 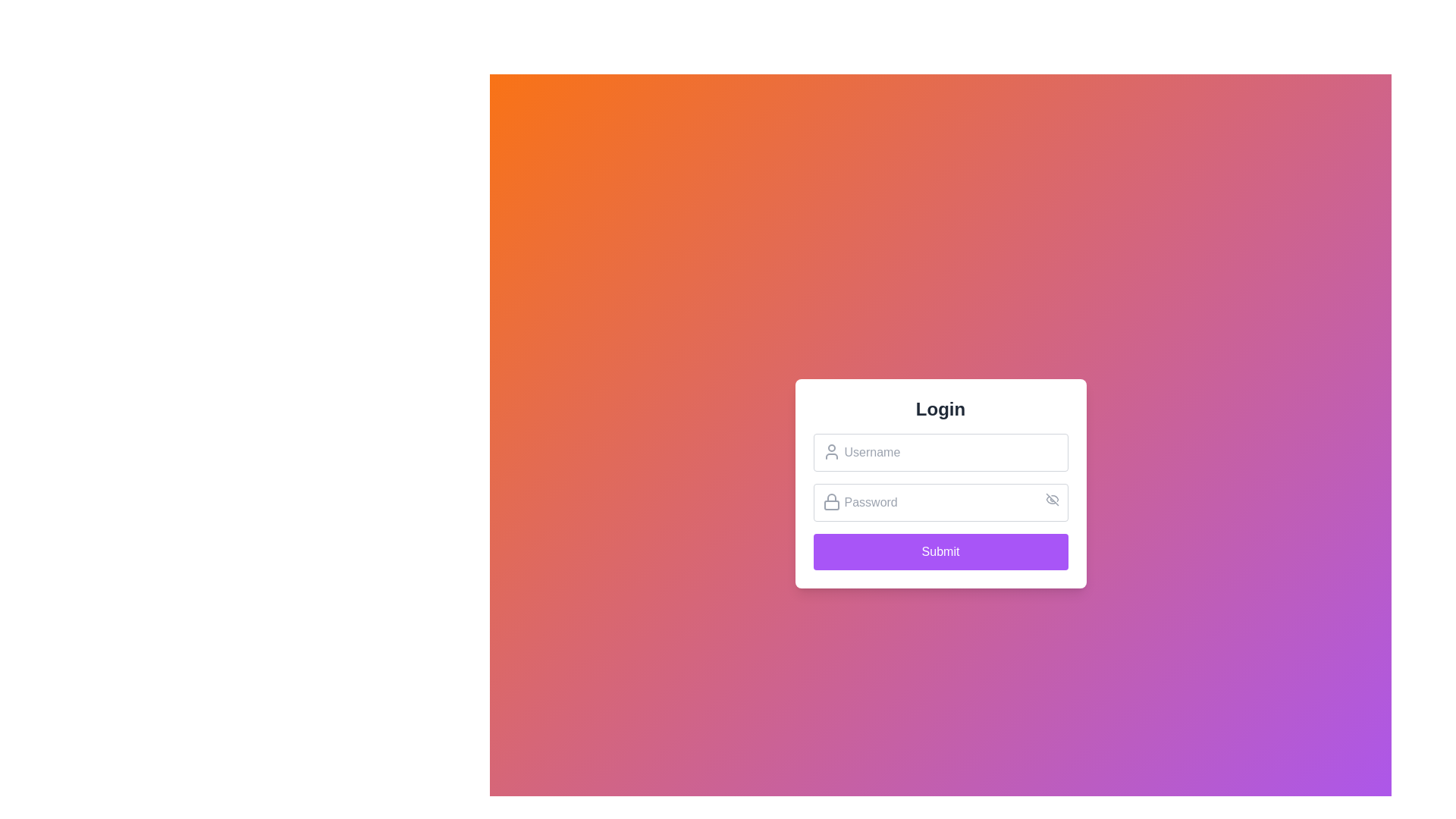 I want to click on the concealed eye icon located near the right side of the password input field in the login form to potentially display a tooltip, so click(x=1051, y=500).